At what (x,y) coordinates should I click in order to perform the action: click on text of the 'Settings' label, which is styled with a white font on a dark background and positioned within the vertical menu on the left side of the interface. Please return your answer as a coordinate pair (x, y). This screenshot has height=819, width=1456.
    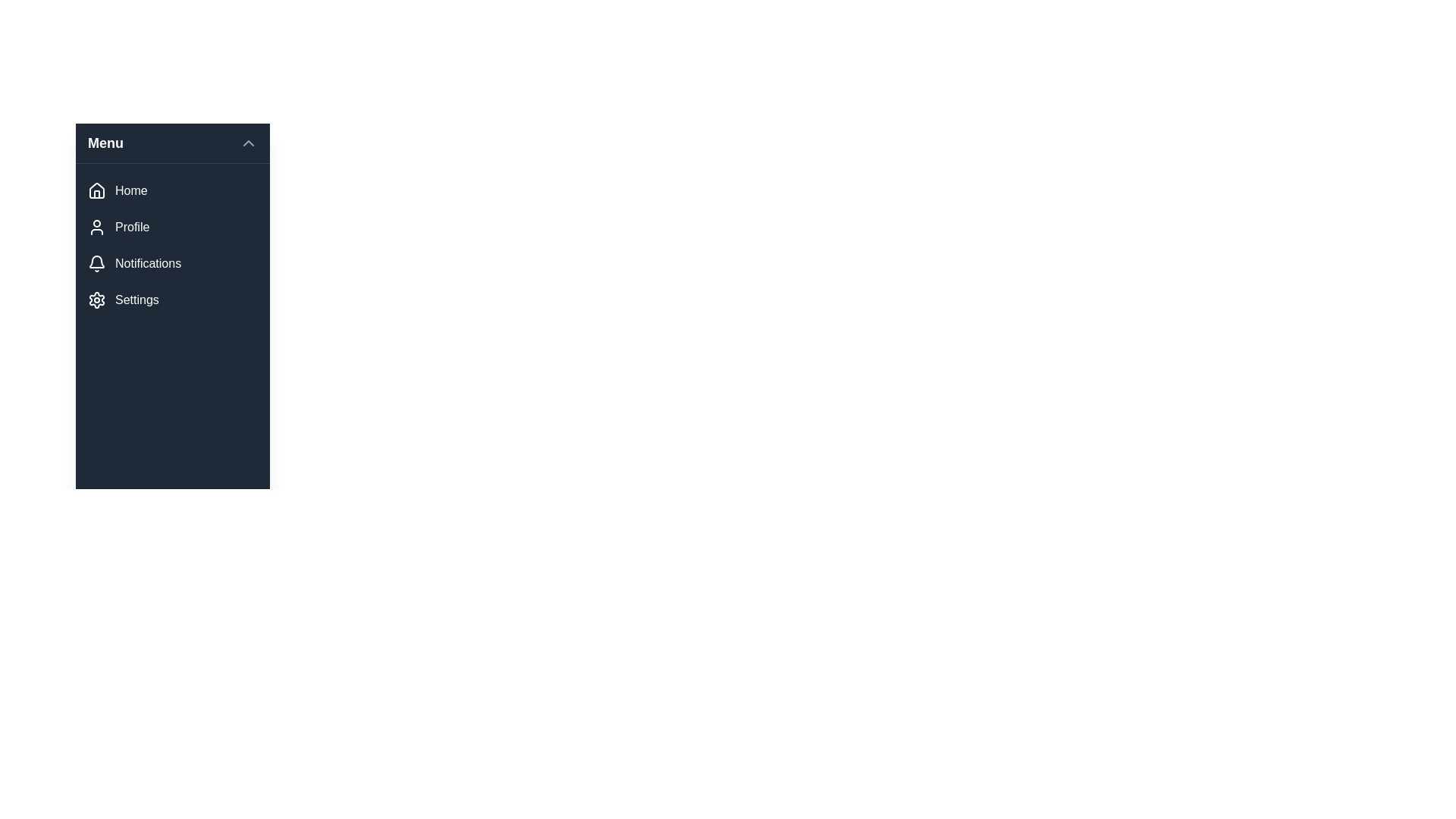
    Looking at the image, I should click on (136, 300).